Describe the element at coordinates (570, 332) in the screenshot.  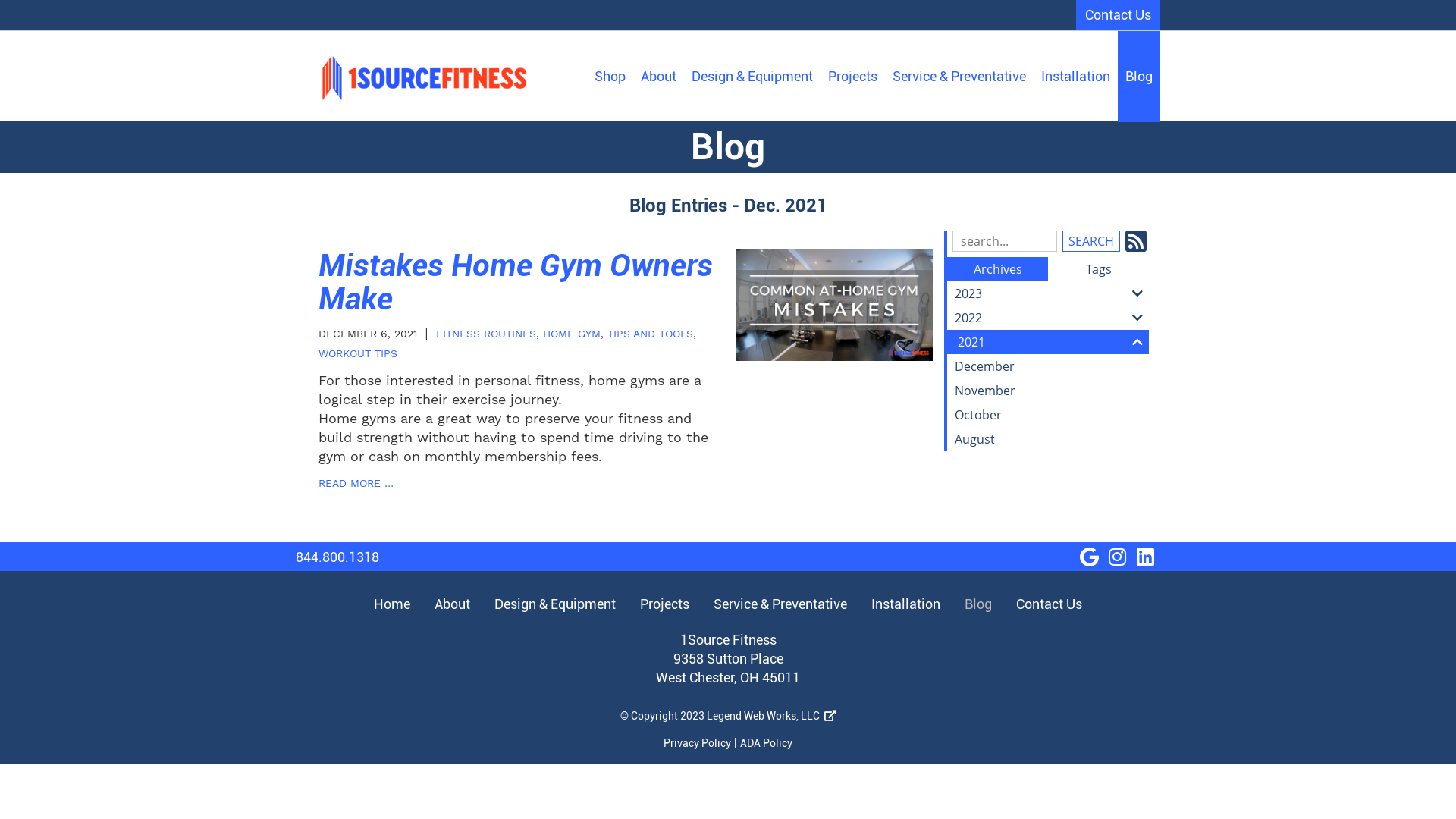
I see `'HOME GYM'` at that location.